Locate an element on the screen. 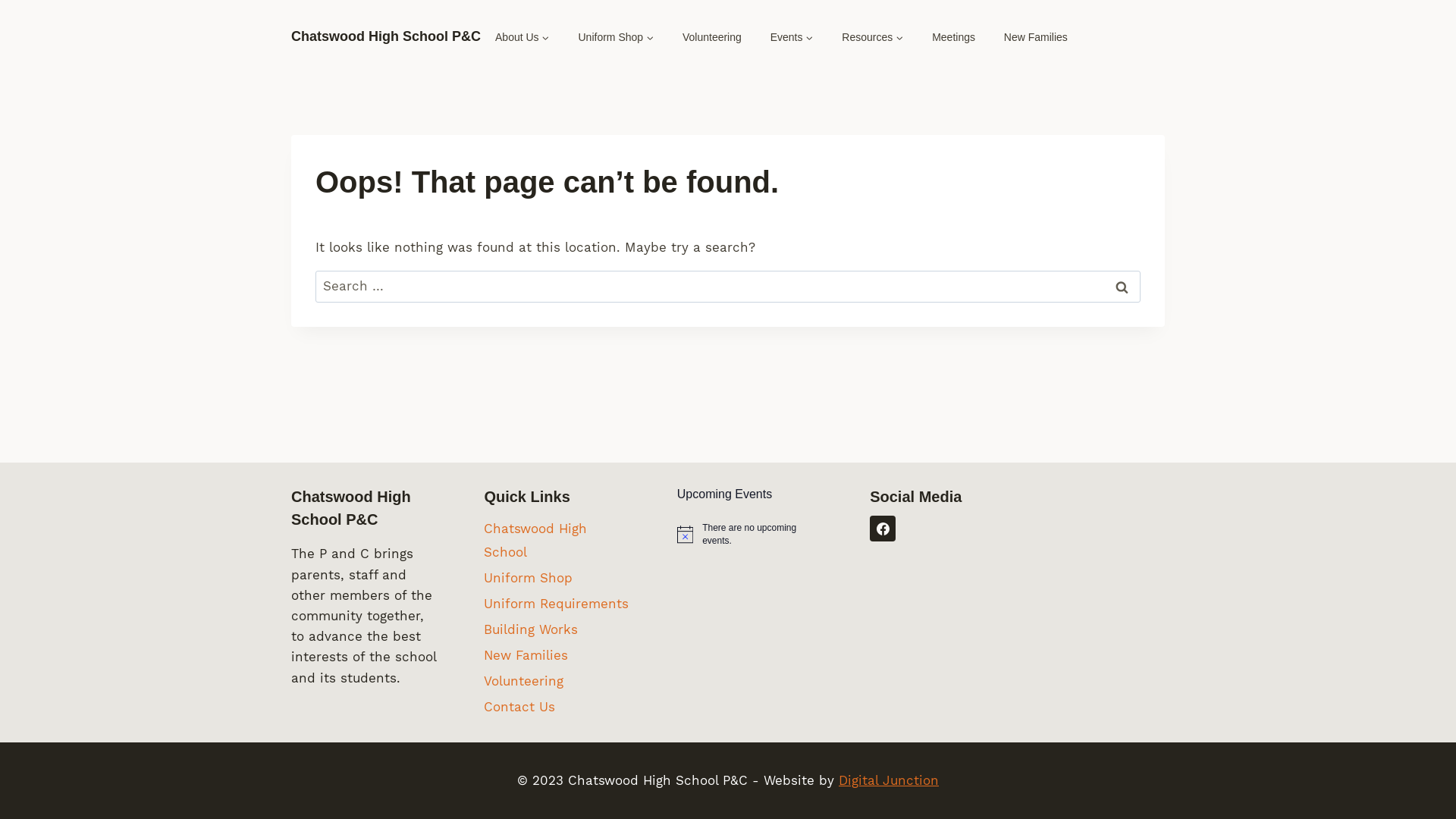 The image size is (1456, 819). 'Chatswood High School' is located at coordinates (556, 539).